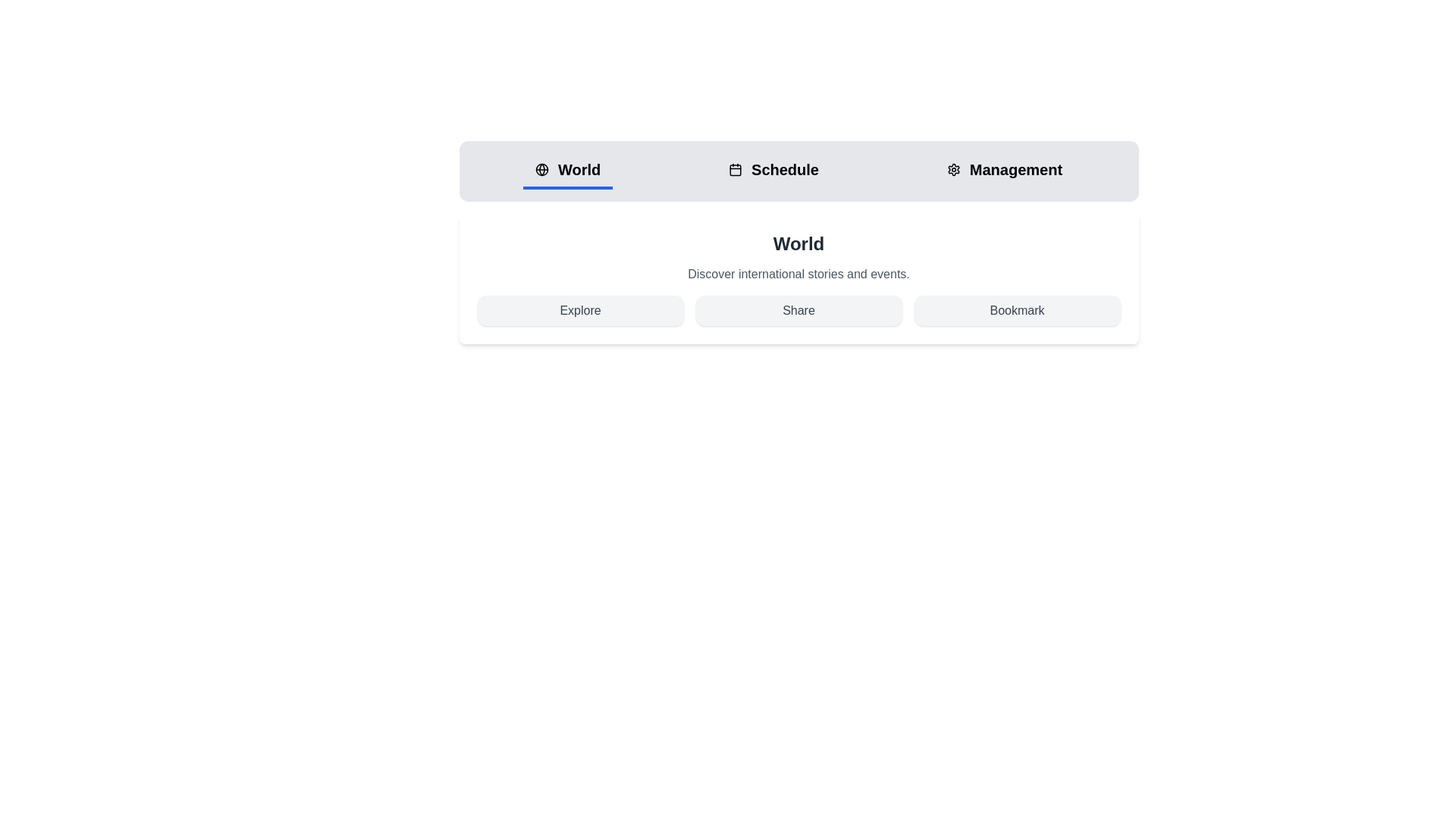  Describe the element at coordinates (1017, 309) in the screenshot. I see `the Bookmark button under the active tab` at that location.